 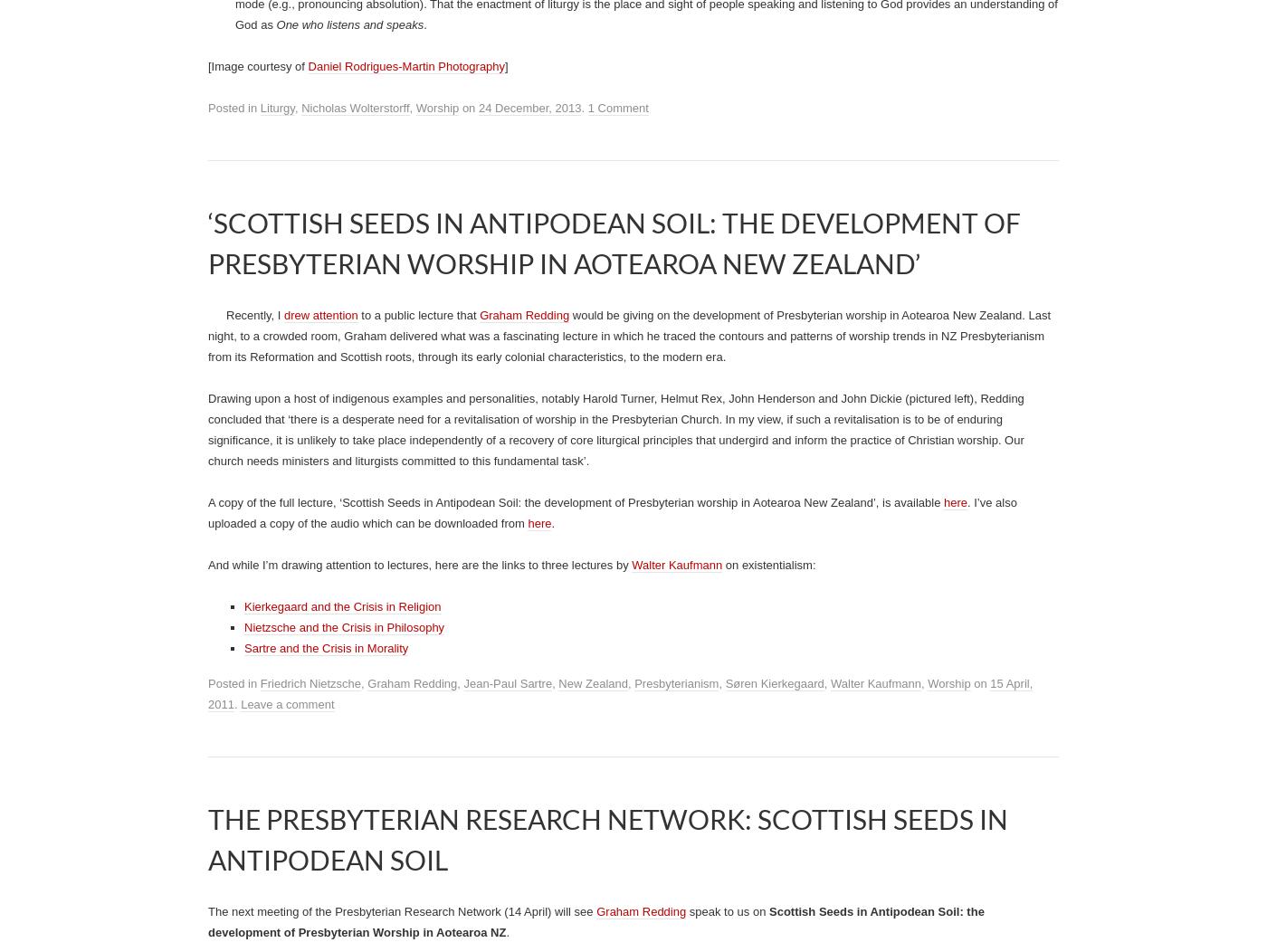 What do you see at coordinates (646, 208) in the screenshot?
I see `'In this first Kantzer lecture, Nicholas Wolterstorff provides the overarching structure to his liturgical project. Using as his main interlocutors liturgical theologians Schmemann and von Allmen, and working at the convergence of Orthodox, Episcopal, Catholic, Lutheran, and Reformed traditions, Wolterstorff expounds his ontology of liturgy as dependent on the enactment of a “script,” the complete set of rules that determine what is a correct liturgy. He argues that the nature and purpose of the church become manifest in the correct enactment of the liturgy. Anticipating future lectures, Wolterstorff suggests that the God implicit in the liturgy is discernible at three levels: the understanding of God implicit in (1) the entire liturgy, (2) the various types of liturgical actions, and (3) the particular content of individual liturgical acts. Thus, Wolterstorff will lend his analytic tools to decode and thereby reveal the theological'` at bounding box center [646, 208].